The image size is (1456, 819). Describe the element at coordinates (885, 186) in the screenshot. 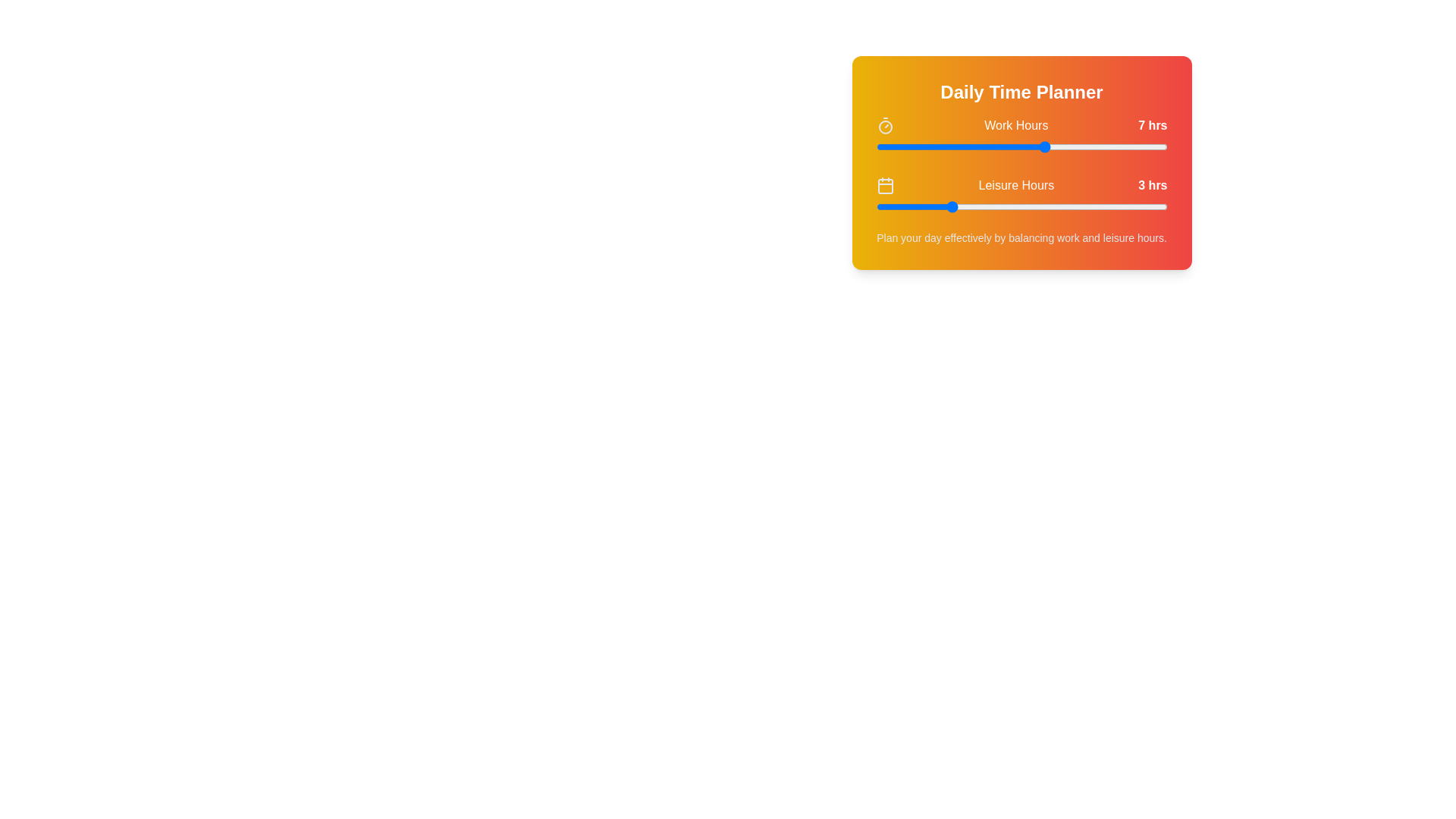

I see `the decorative icon component of the calendar located to the left of the 'Leisure Hours' label in the 'Daily Time Planner' interface` at that location.